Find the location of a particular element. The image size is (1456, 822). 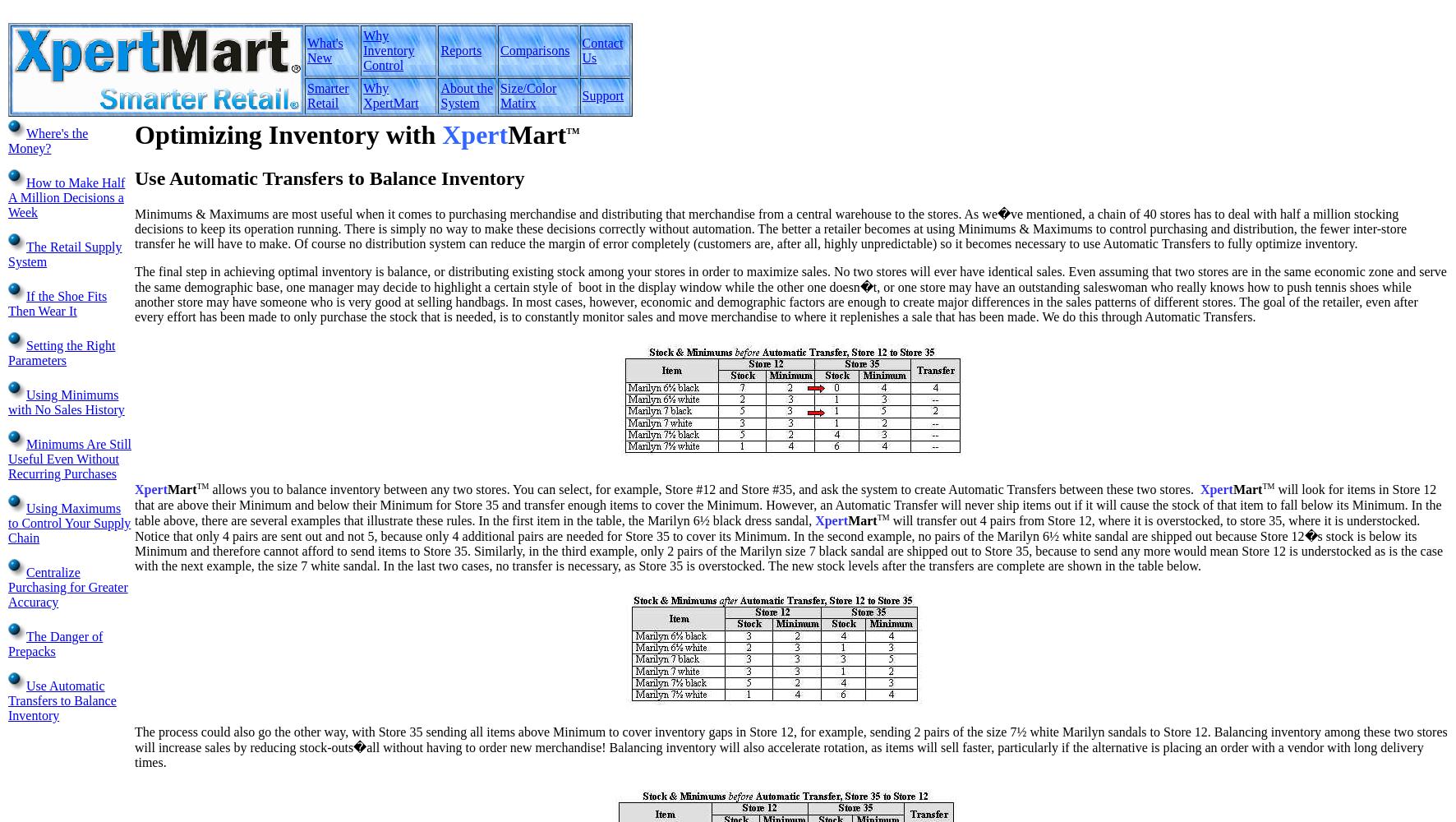

'If
the Shoe Fits Then Wear It' is located at coordinates (56, 302).